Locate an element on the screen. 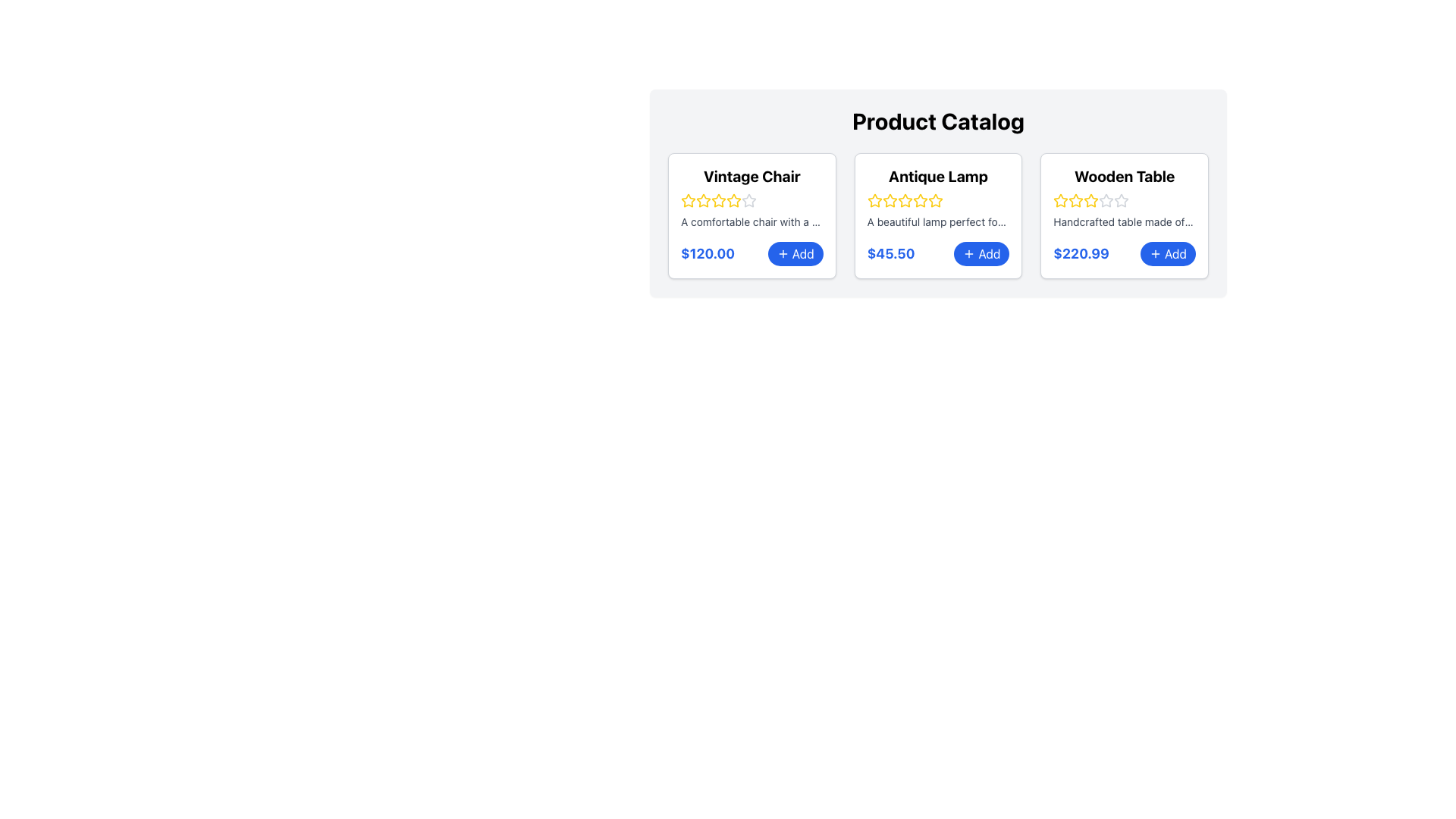  the fifth rating star icon for the product 'Antique Lamp', which is part of the rating system and indicates the highest rating point is located at coordinates (919, 200).